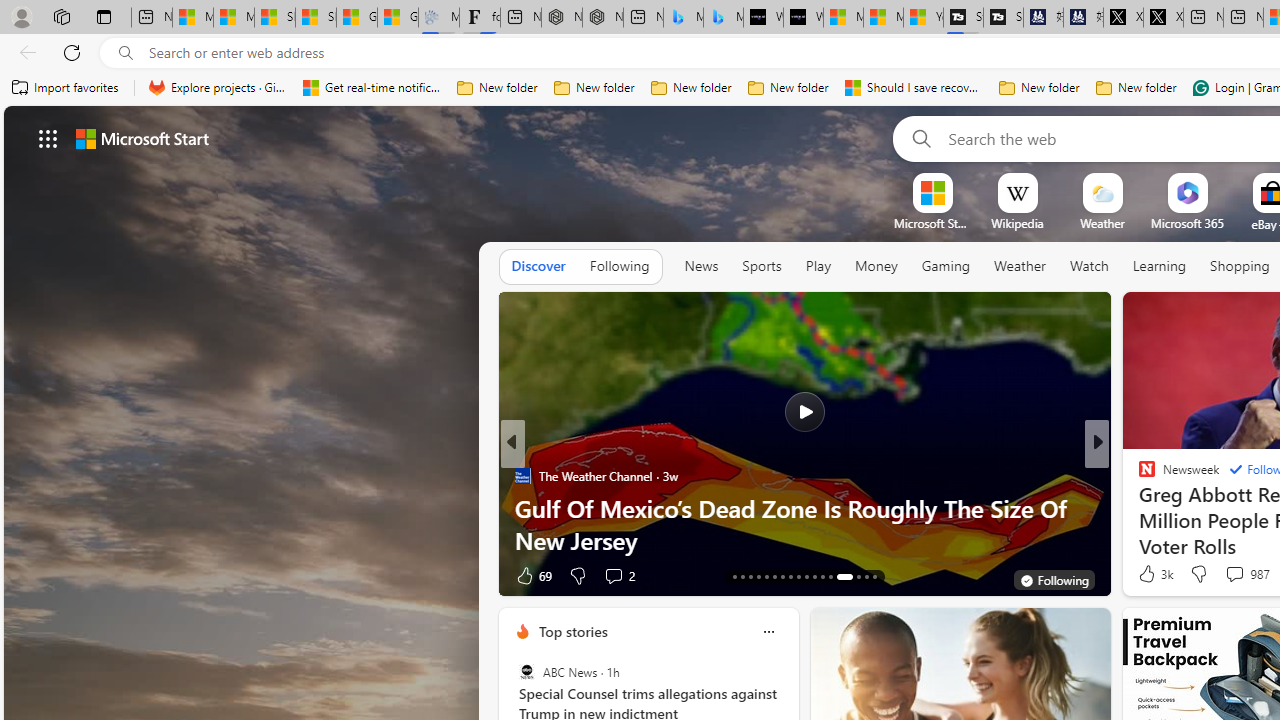  I want to click on 'News', so click(701, 265).